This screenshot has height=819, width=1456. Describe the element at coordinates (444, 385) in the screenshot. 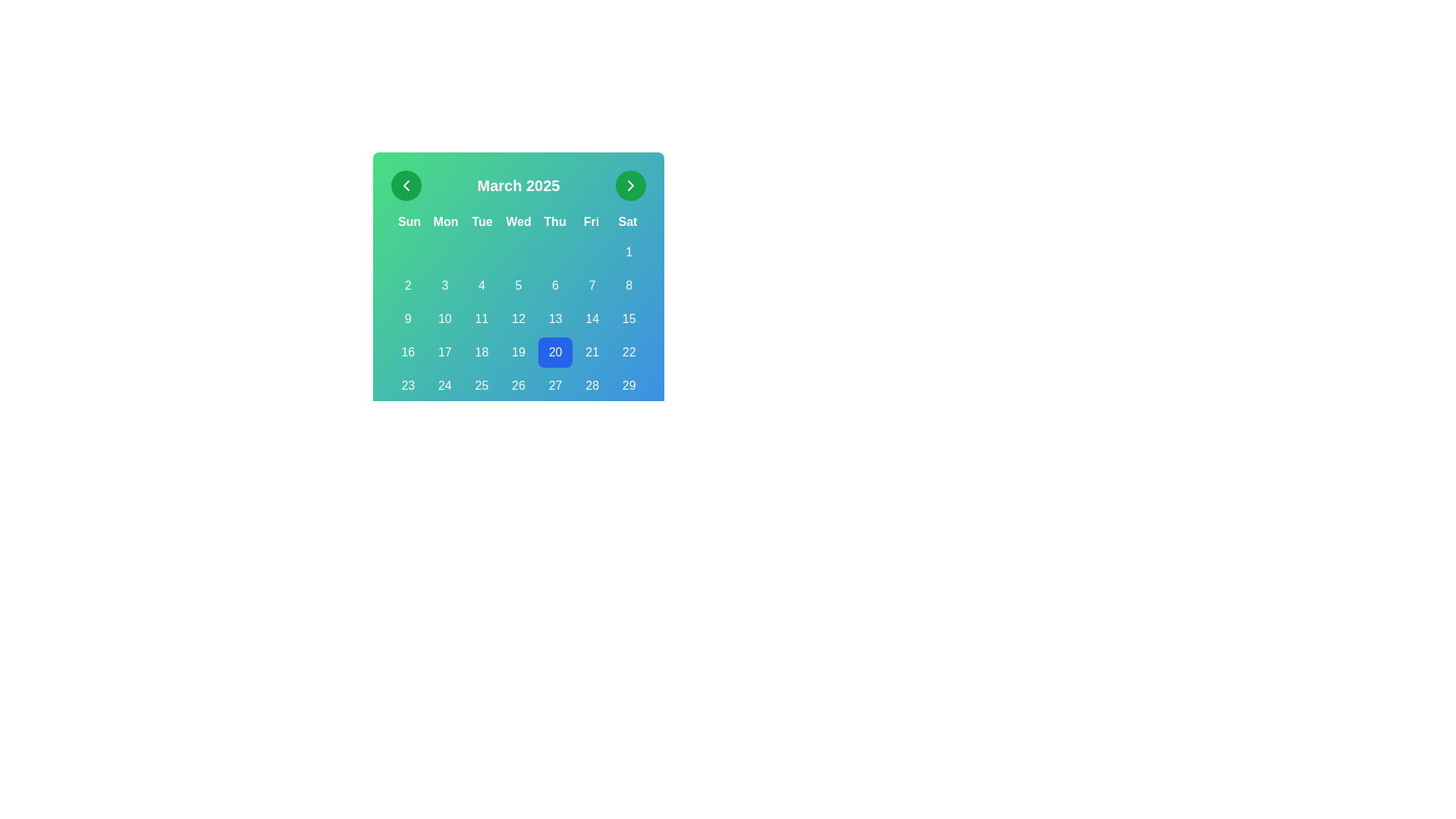

I see `the button displaying '24' in the calendar grid to change its background color to blue` at that location.